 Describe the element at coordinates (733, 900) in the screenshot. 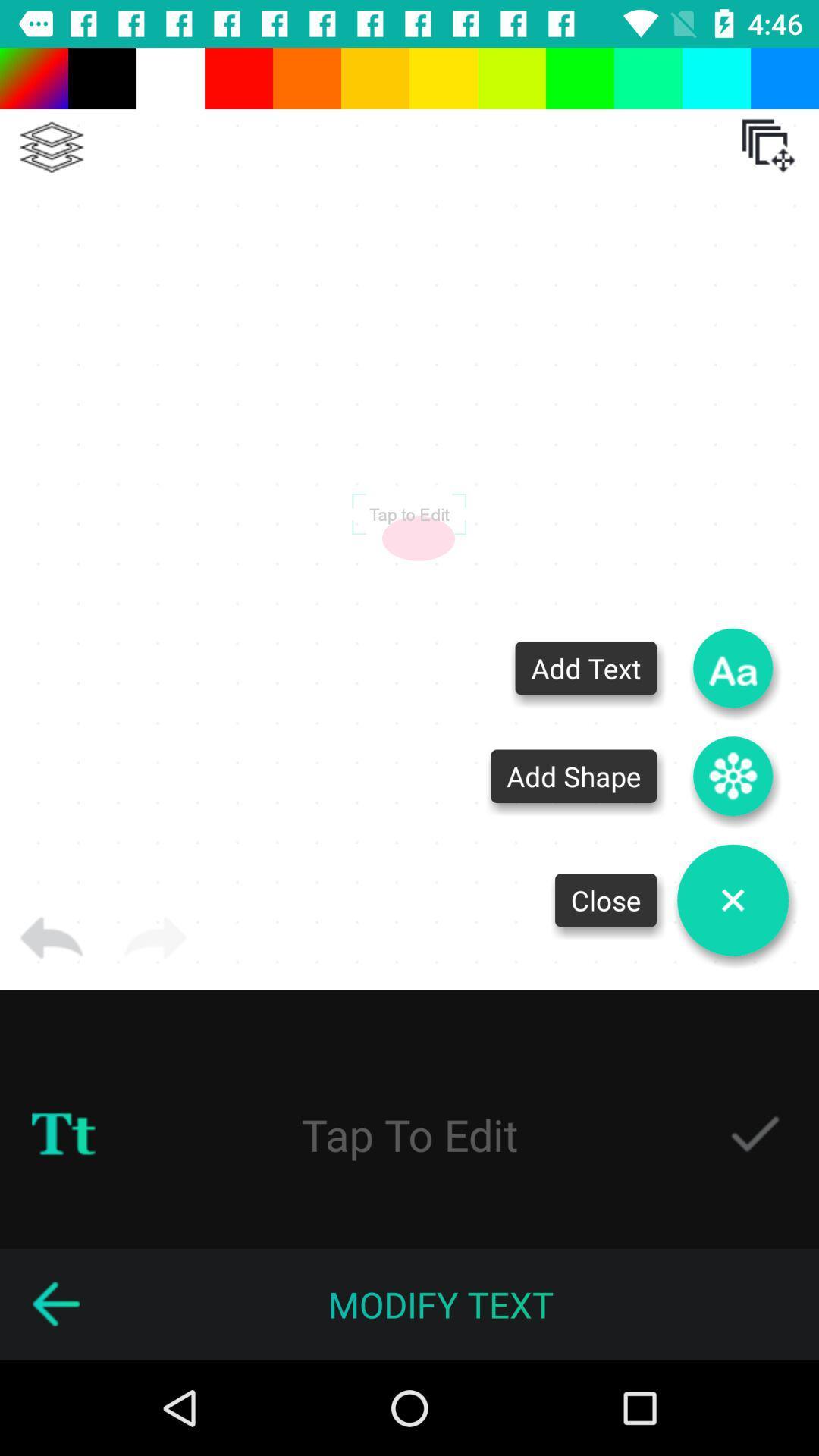

I see `the close icon` at that location.